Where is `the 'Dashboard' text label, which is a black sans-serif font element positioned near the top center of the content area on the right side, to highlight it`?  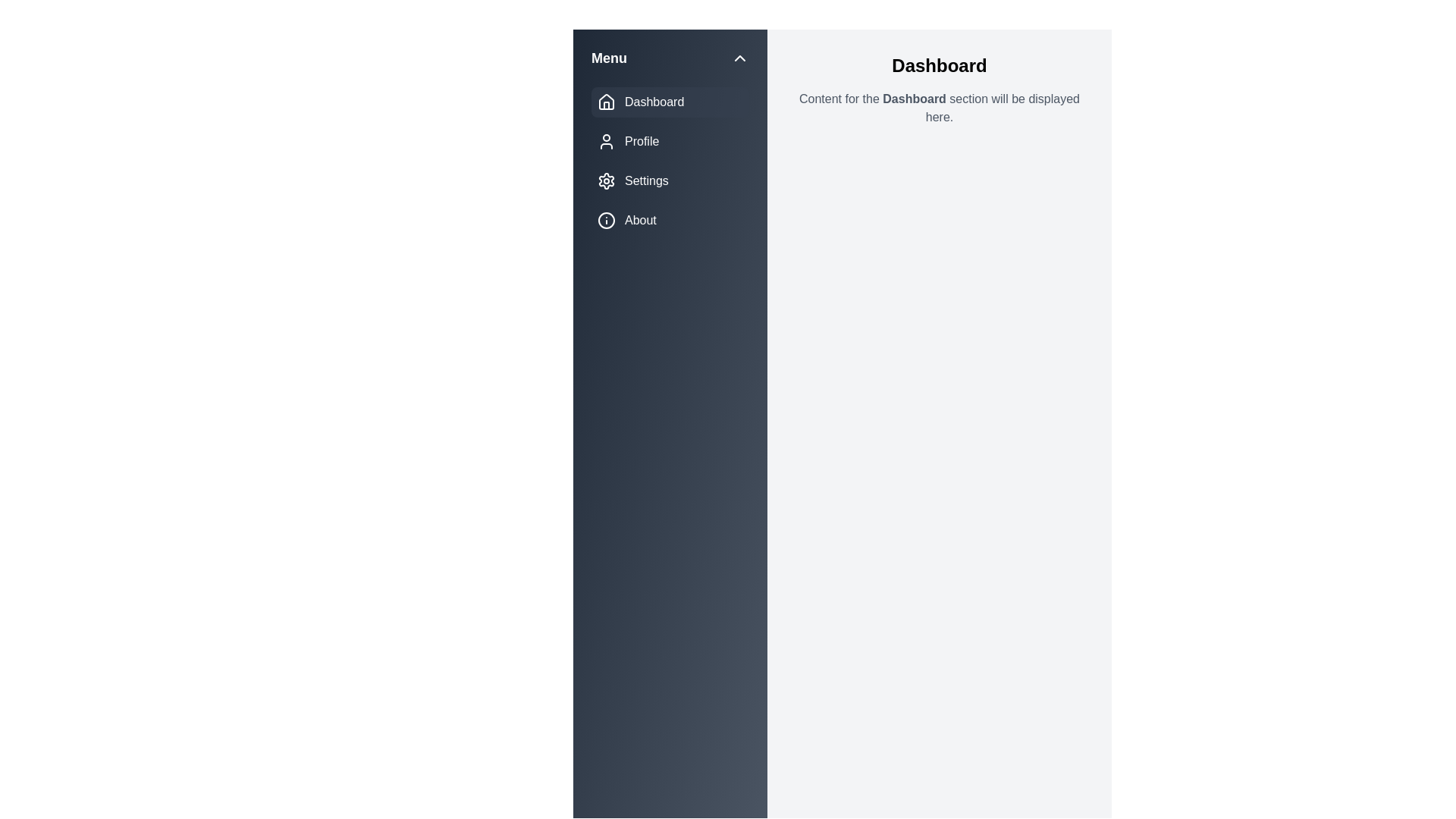
the 'Dashboard' text label, which is a black sans-serif font element positioned near the top center of the content area on the right side, to highlight it is located at coordinates (914, 99).